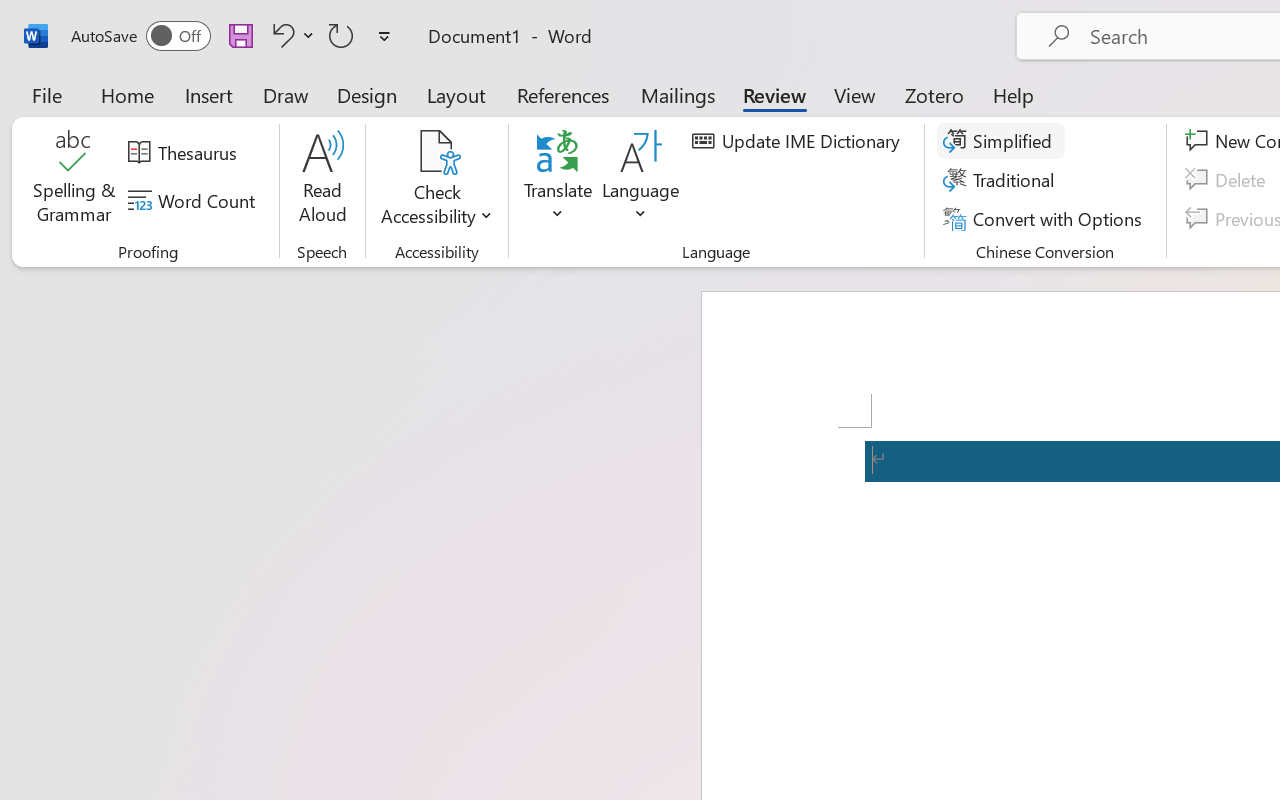  Describe the element at coordinates (558, 179) in the screenshot. I see `'Translate'` at that location.